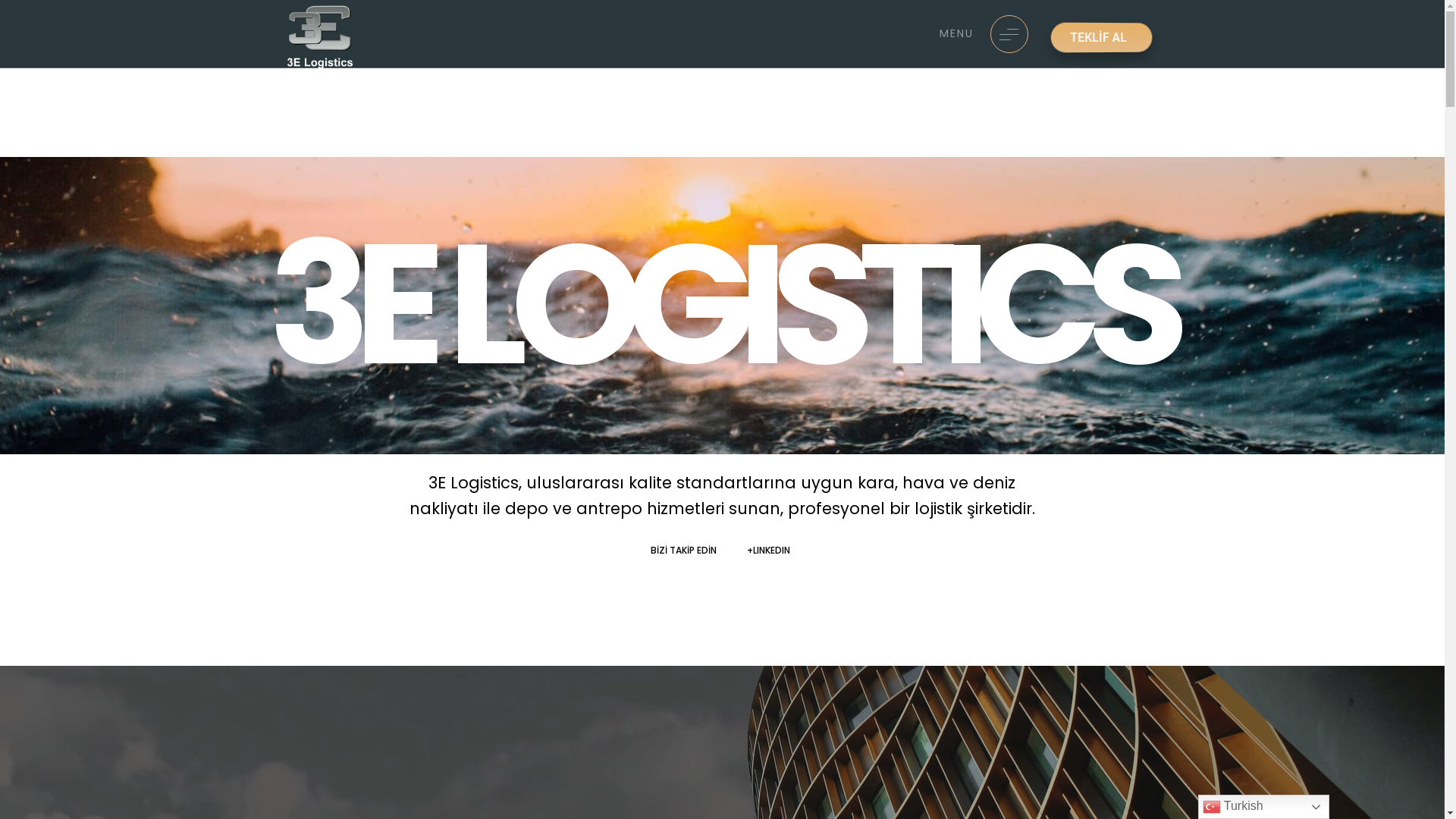 The width and height of the screenshot is (1456, 819). Describe the element at coordinates (770, 550) in the screenshot. I see `'+LINKEDIN'` at that location.